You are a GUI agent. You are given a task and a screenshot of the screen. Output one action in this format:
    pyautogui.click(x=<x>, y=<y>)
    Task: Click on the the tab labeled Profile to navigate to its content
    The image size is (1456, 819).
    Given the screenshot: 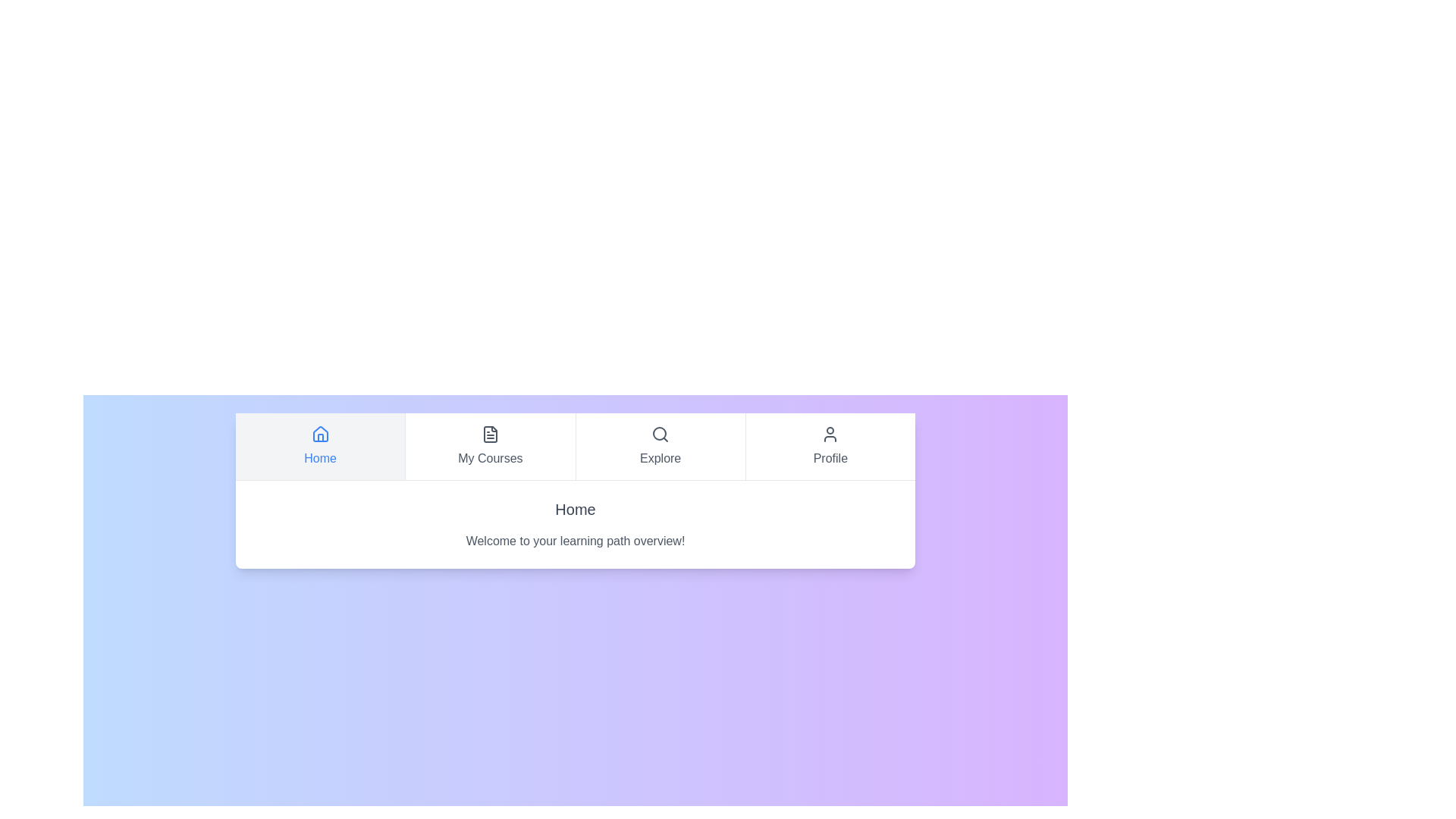 What is the action you would take?
    pyautogui.click(x=829, y=446)
    